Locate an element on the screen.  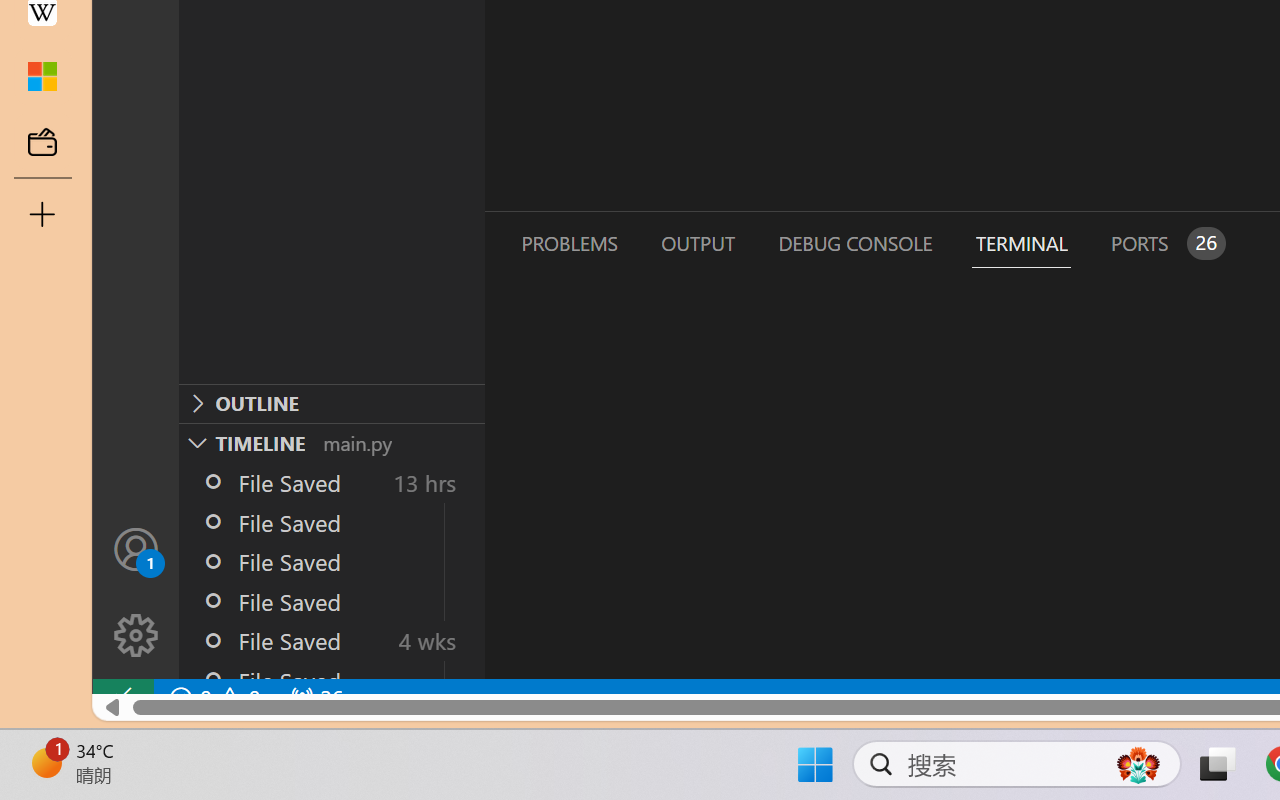
'No Problems' is located at coordinates (213, 698).